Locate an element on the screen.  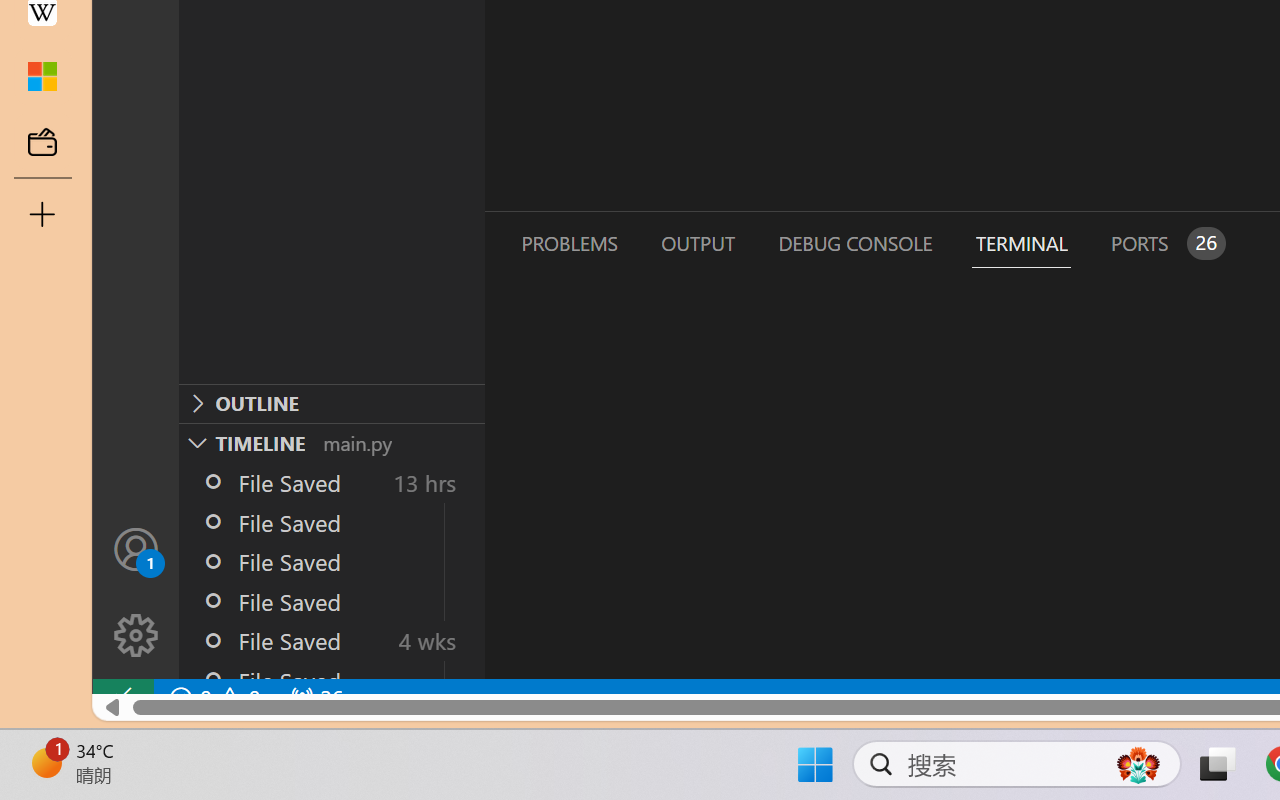
'No Problems' is located at coordinates (213, 698).